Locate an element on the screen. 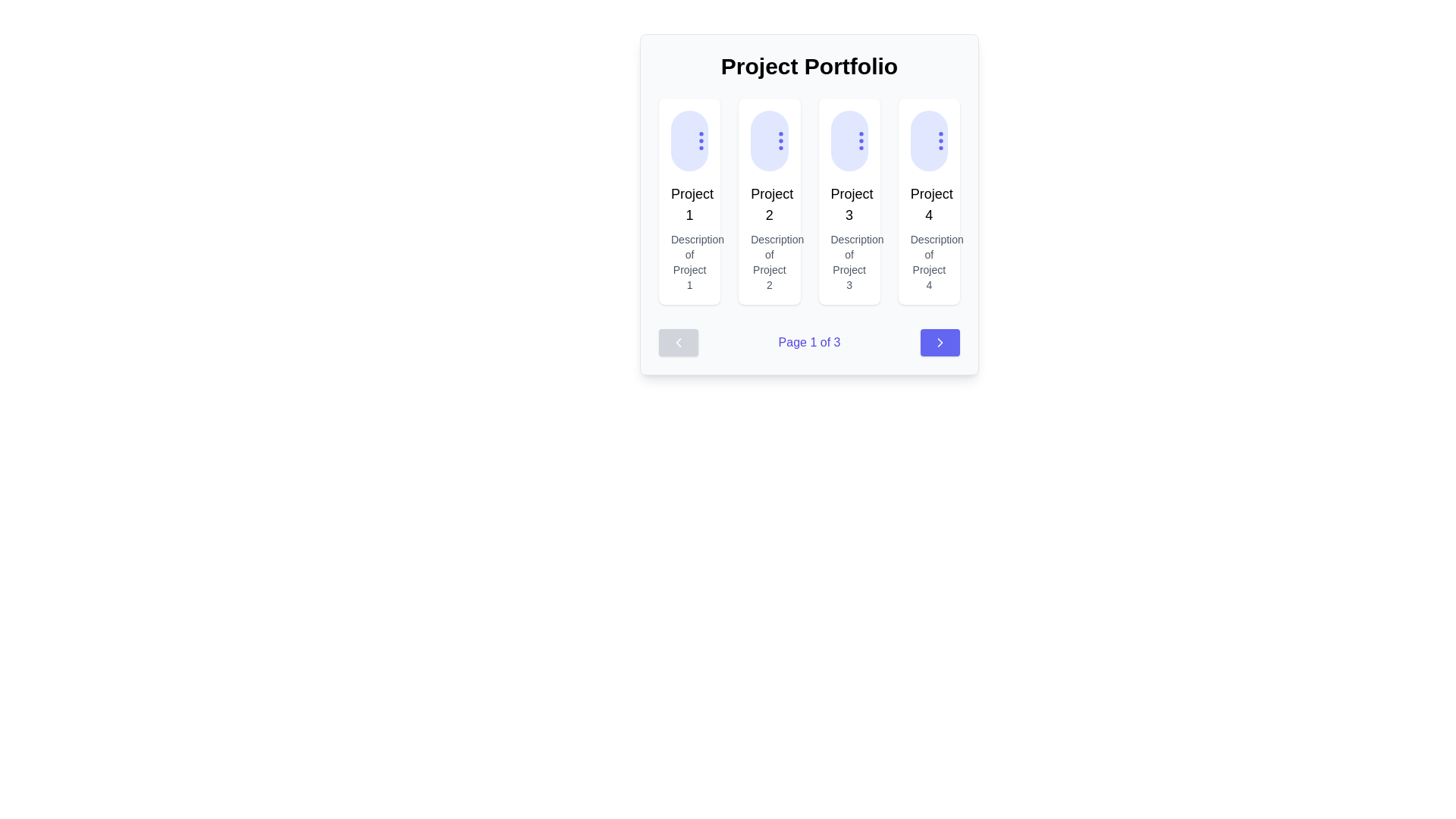 This screenshot has width=1456, height=819. the navigation button located to the right of the 'Page 1 of 3' label, which allows users is located at coordinates (939, 342).